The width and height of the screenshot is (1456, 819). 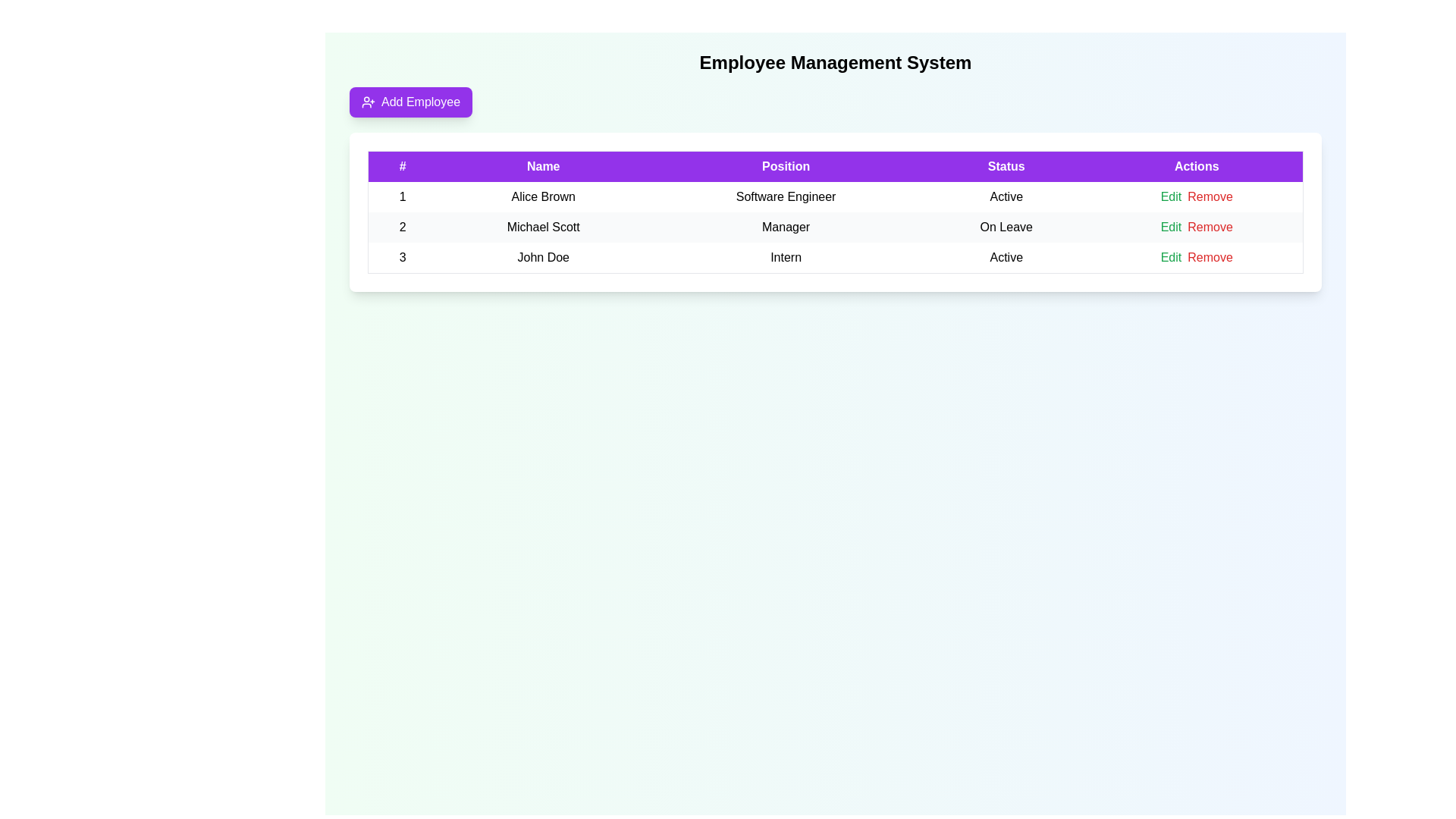 I want to click on the 'Remove' navigational link, which is styled in red and located within the 'Actions' column of a table, so click(x=1210, y=196).